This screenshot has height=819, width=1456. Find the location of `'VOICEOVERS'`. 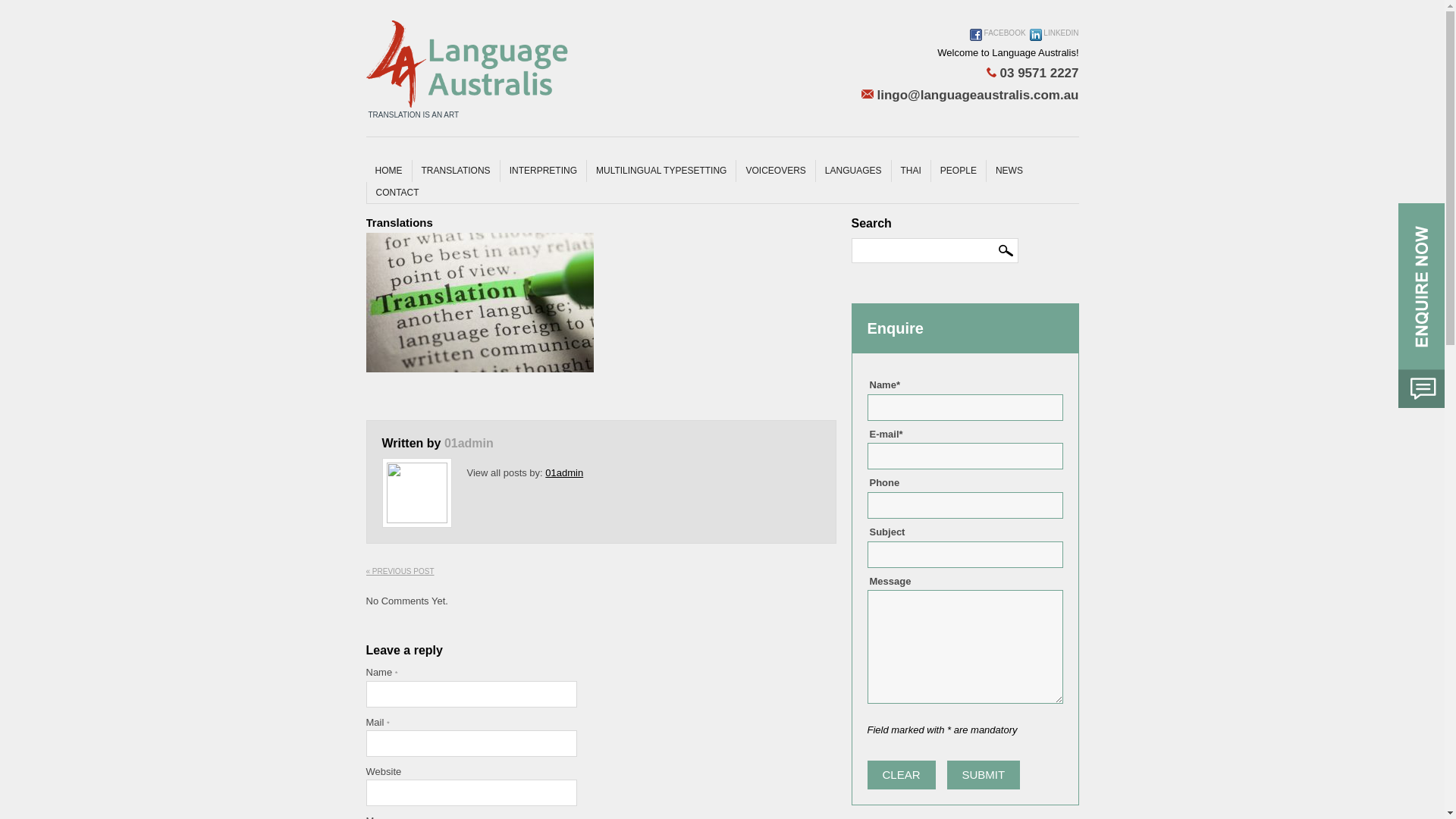

'VOICEOVERS' is located at coordinates (775, 171).